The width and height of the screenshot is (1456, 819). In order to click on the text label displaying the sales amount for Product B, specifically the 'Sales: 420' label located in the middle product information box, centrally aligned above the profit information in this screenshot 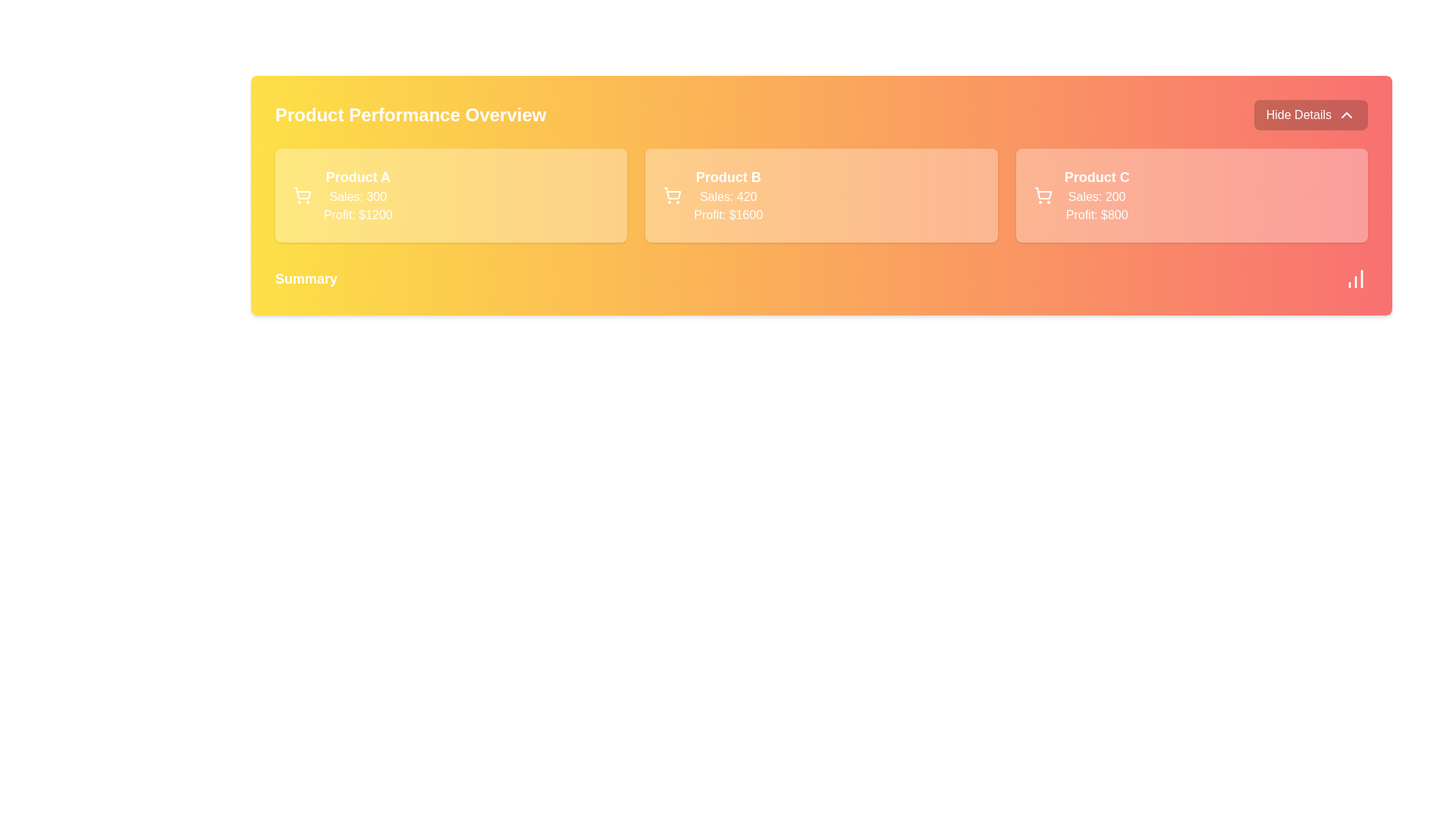, I will do `click(728, 196)`.